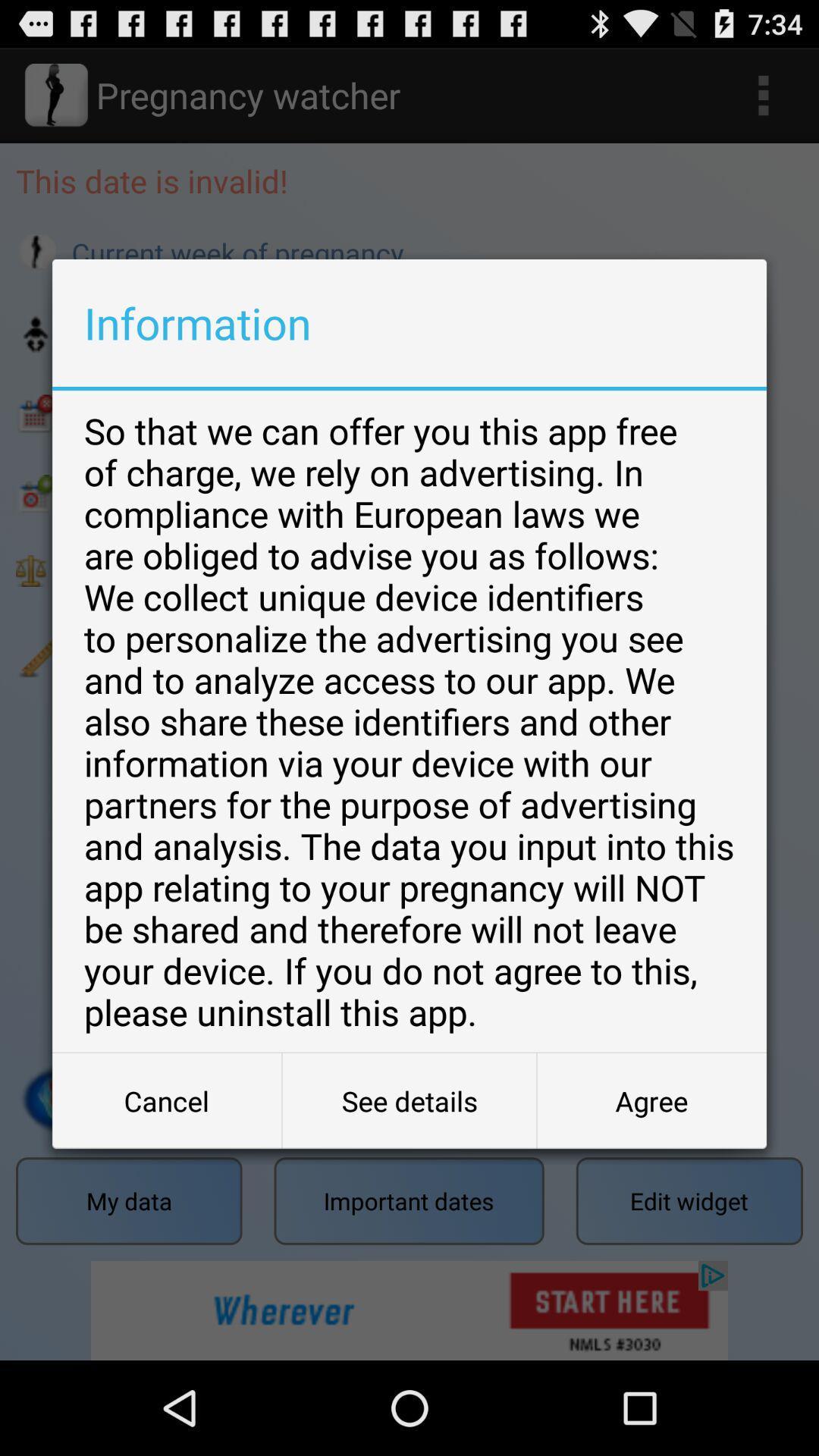  What do you see at coordinates (409, 1100) in the screenshot?
I see `the item to the right of the cancel item` at bounding box center [409, 1100].